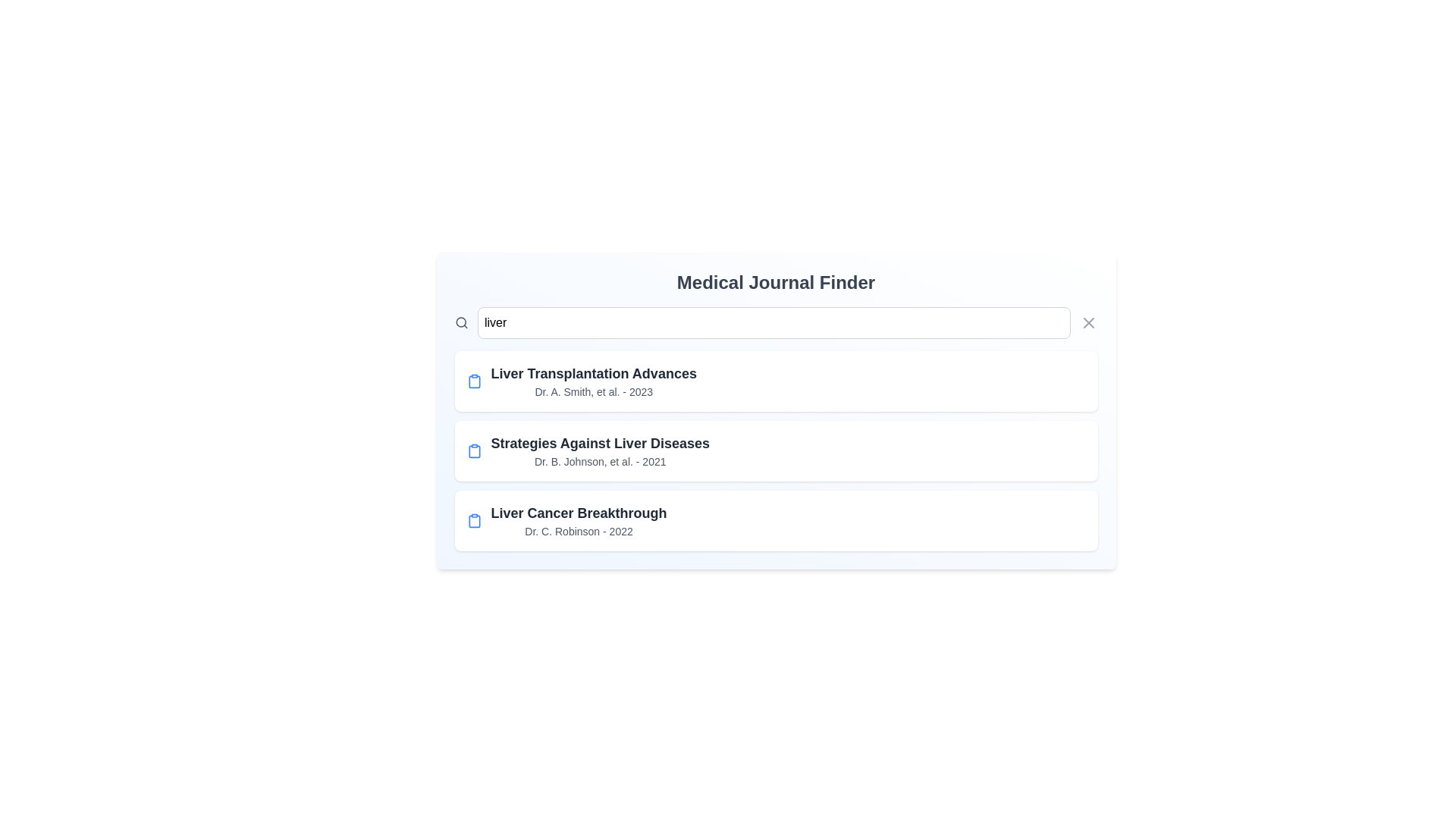  What do you see at coordinates (578, 519) in the screenshot?
I see `the text block displaying the title and author details of a medical journal entry` at bounding box center [578, 519].